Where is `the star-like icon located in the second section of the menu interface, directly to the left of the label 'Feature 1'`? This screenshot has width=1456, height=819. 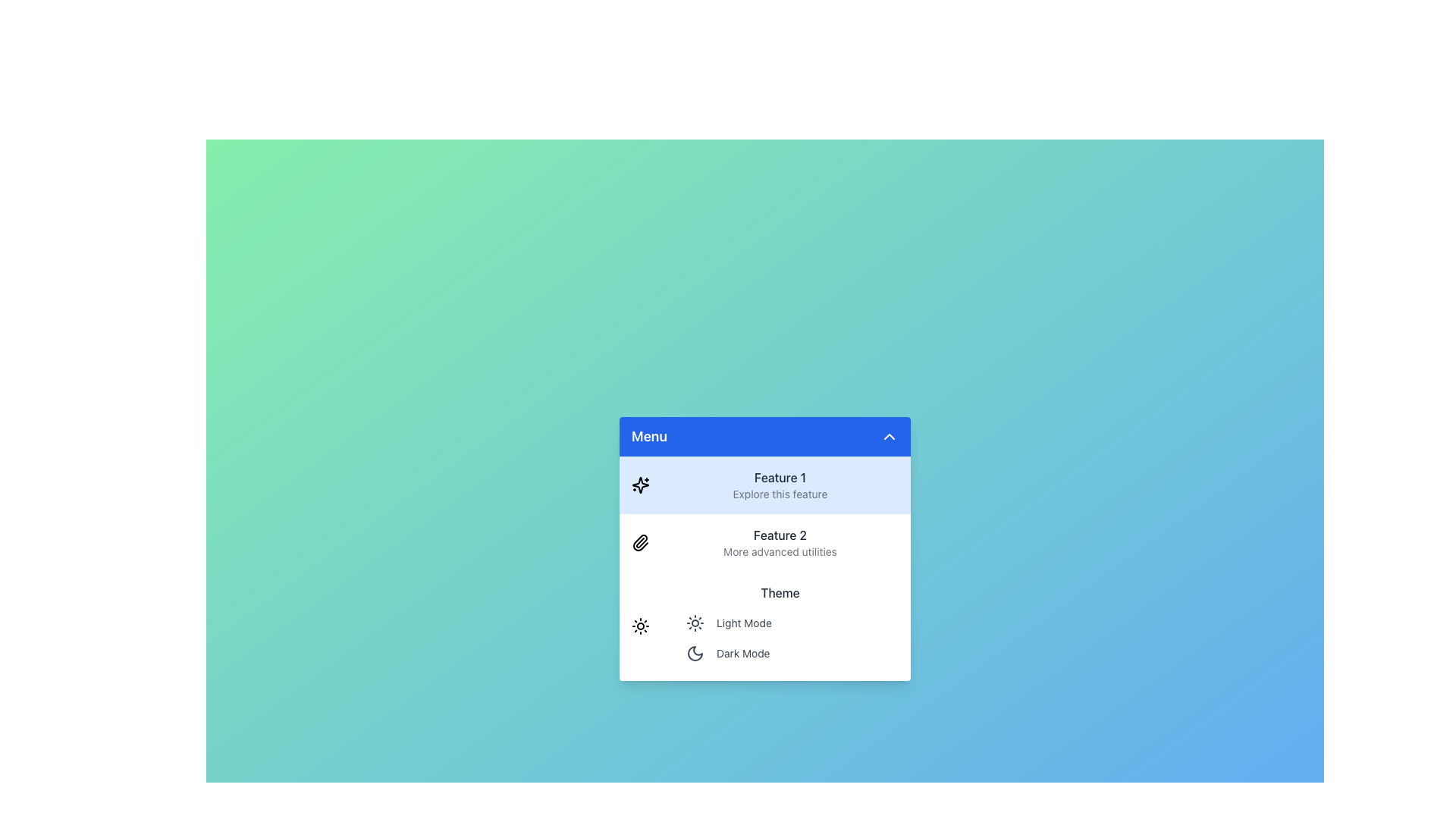 the star-like icon located in the second section of the menu interface, directly to the left of the label 'Feature 1' is located at coordinates (640, 485).